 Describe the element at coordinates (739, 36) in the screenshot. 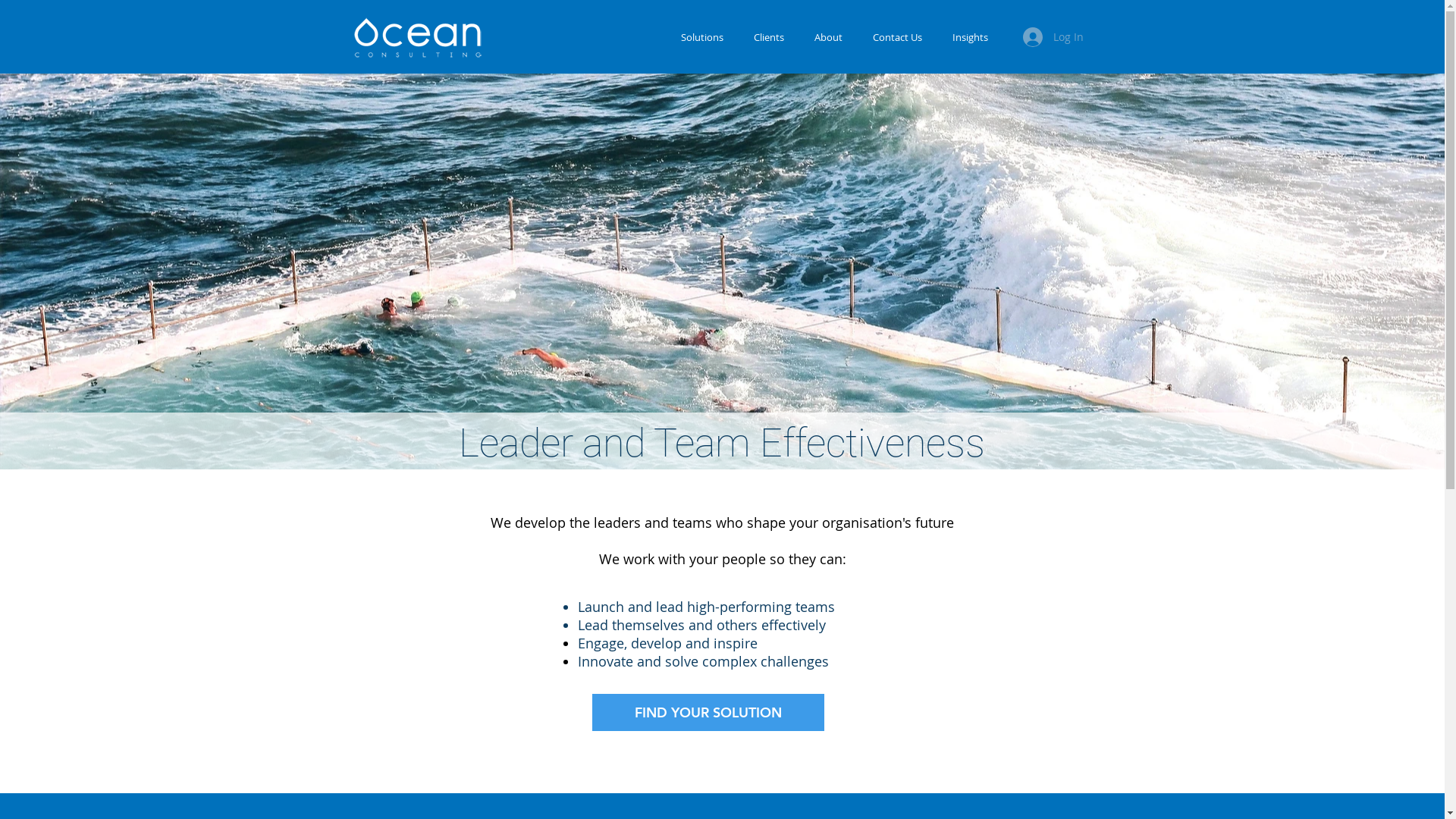

I see `'Clients'` at that location.